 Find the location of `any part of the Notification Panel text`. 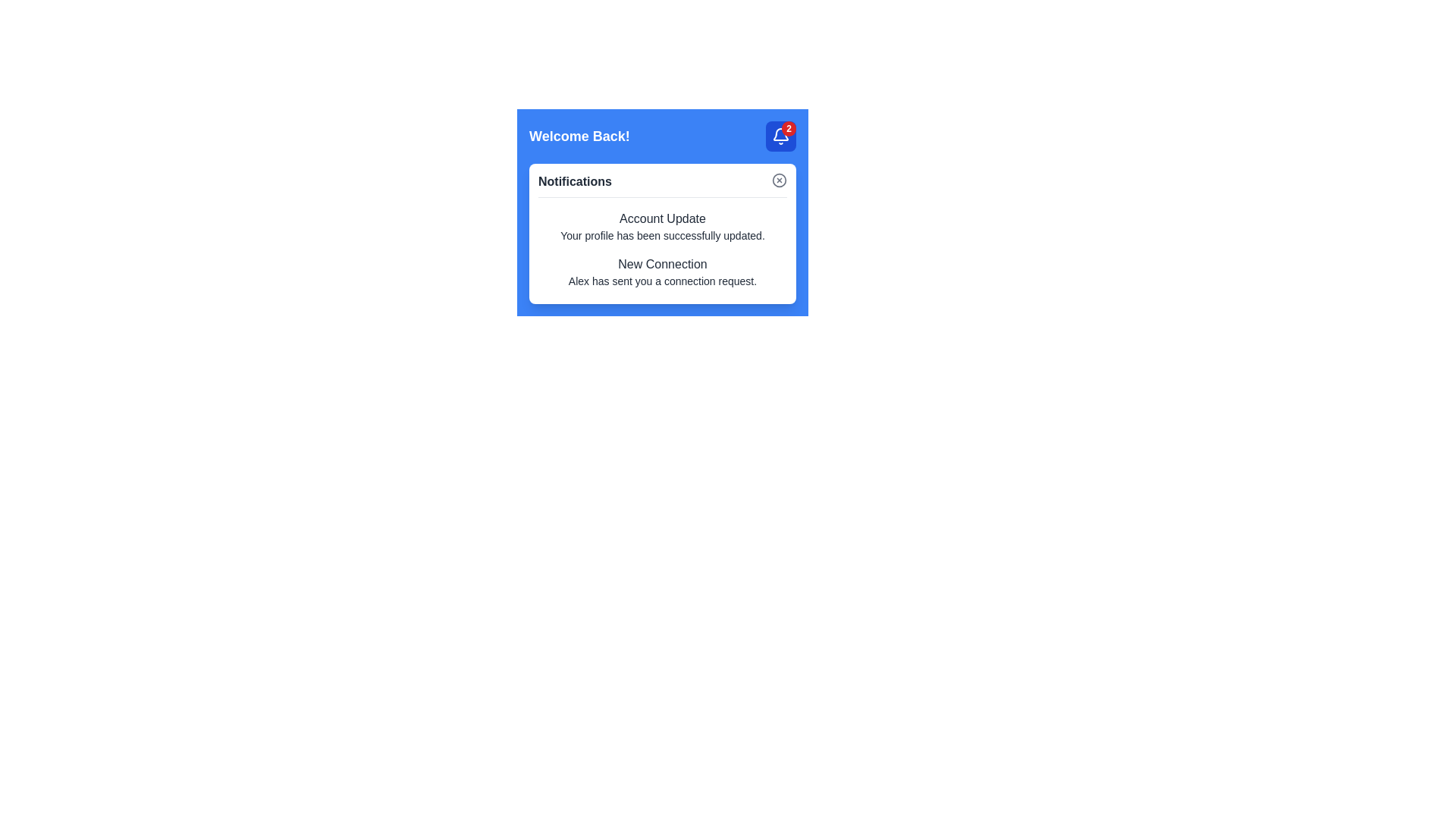

any part of the Notification Panel text is located at coordinates (662, 234).